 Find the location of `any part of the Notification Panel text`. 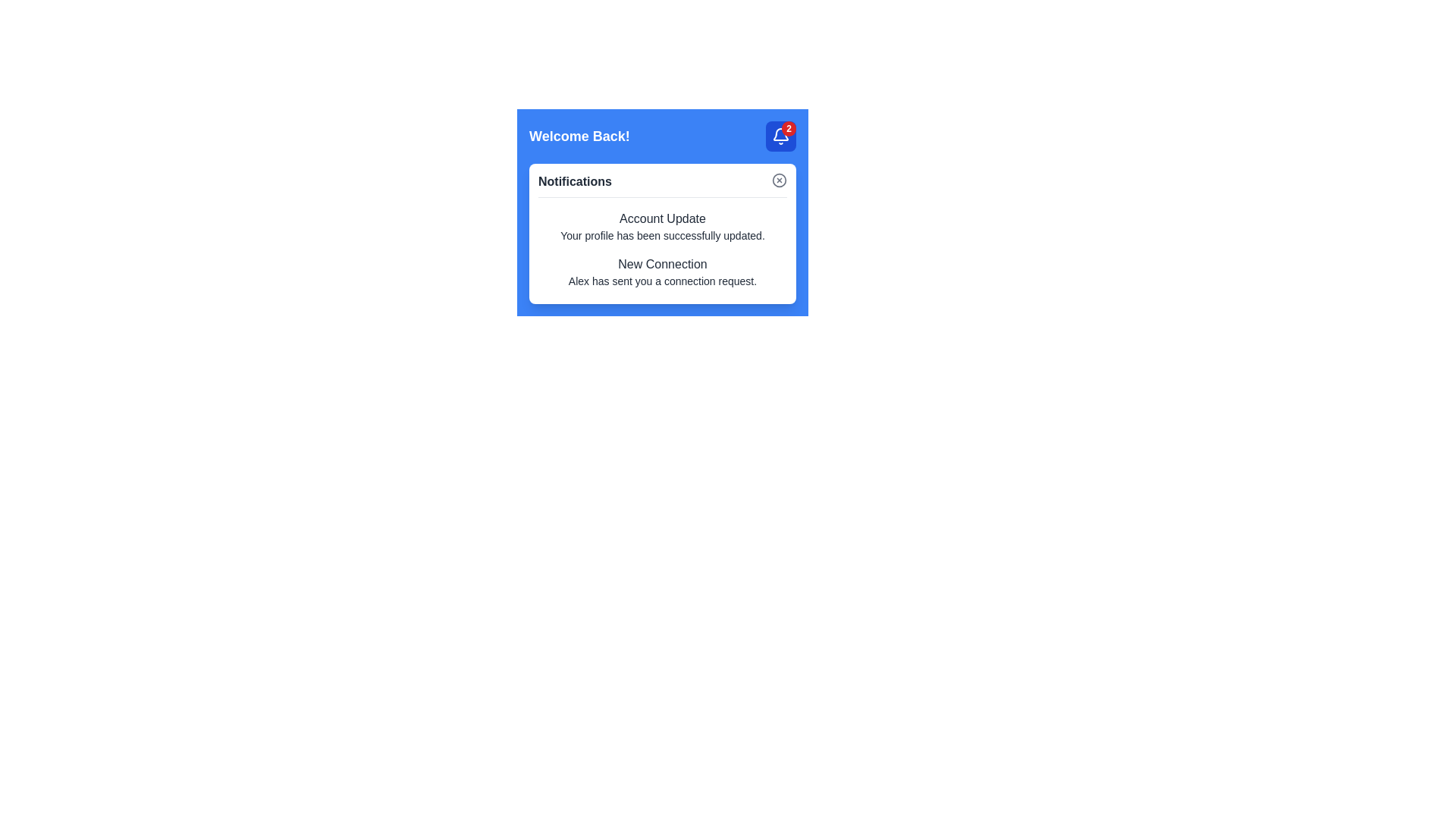

any part of the Notification Panel text is located at coordinates (662, 234).